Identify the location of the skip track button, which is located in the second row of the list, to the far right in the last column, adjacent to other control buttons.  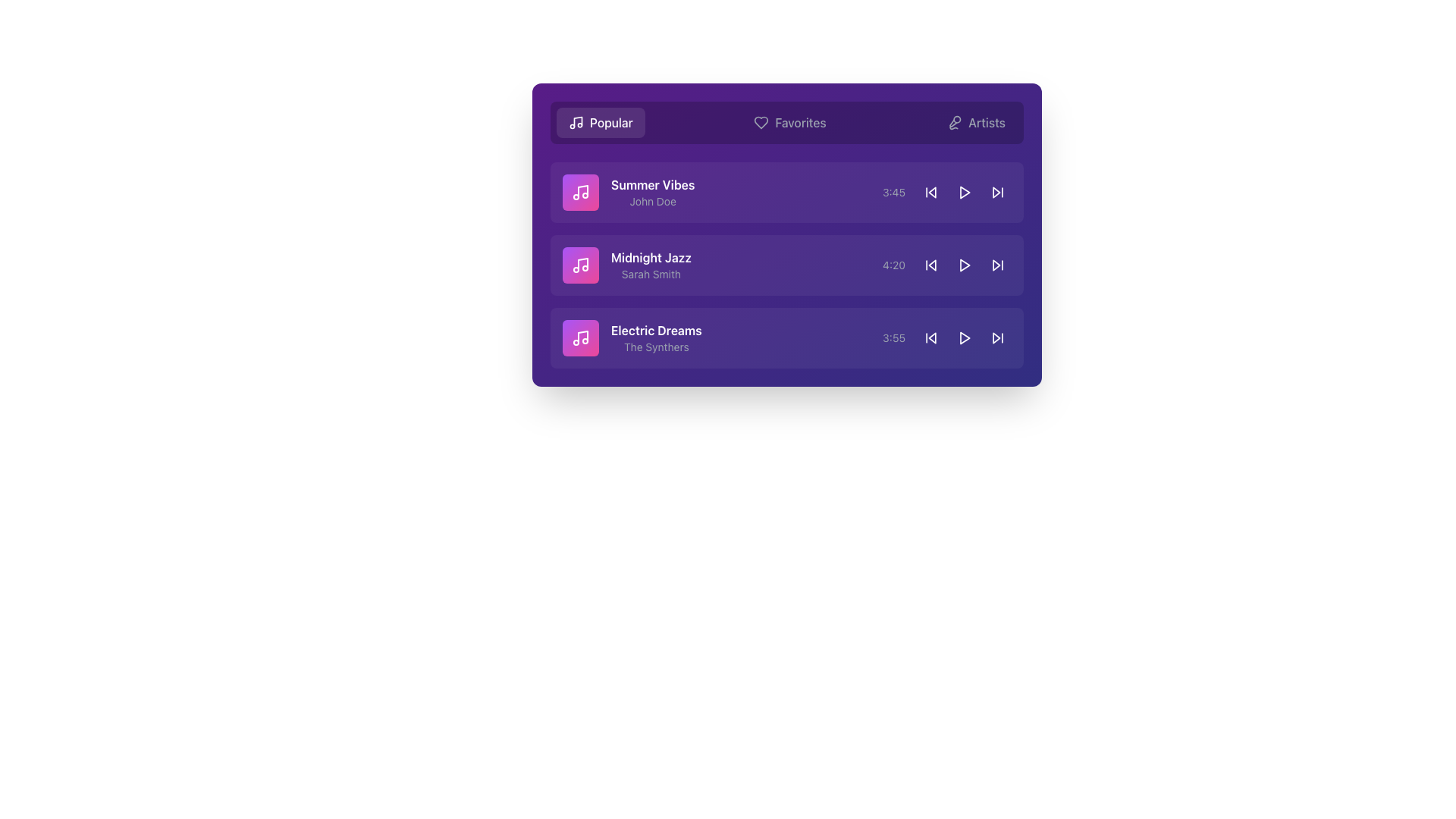
(997, 265).